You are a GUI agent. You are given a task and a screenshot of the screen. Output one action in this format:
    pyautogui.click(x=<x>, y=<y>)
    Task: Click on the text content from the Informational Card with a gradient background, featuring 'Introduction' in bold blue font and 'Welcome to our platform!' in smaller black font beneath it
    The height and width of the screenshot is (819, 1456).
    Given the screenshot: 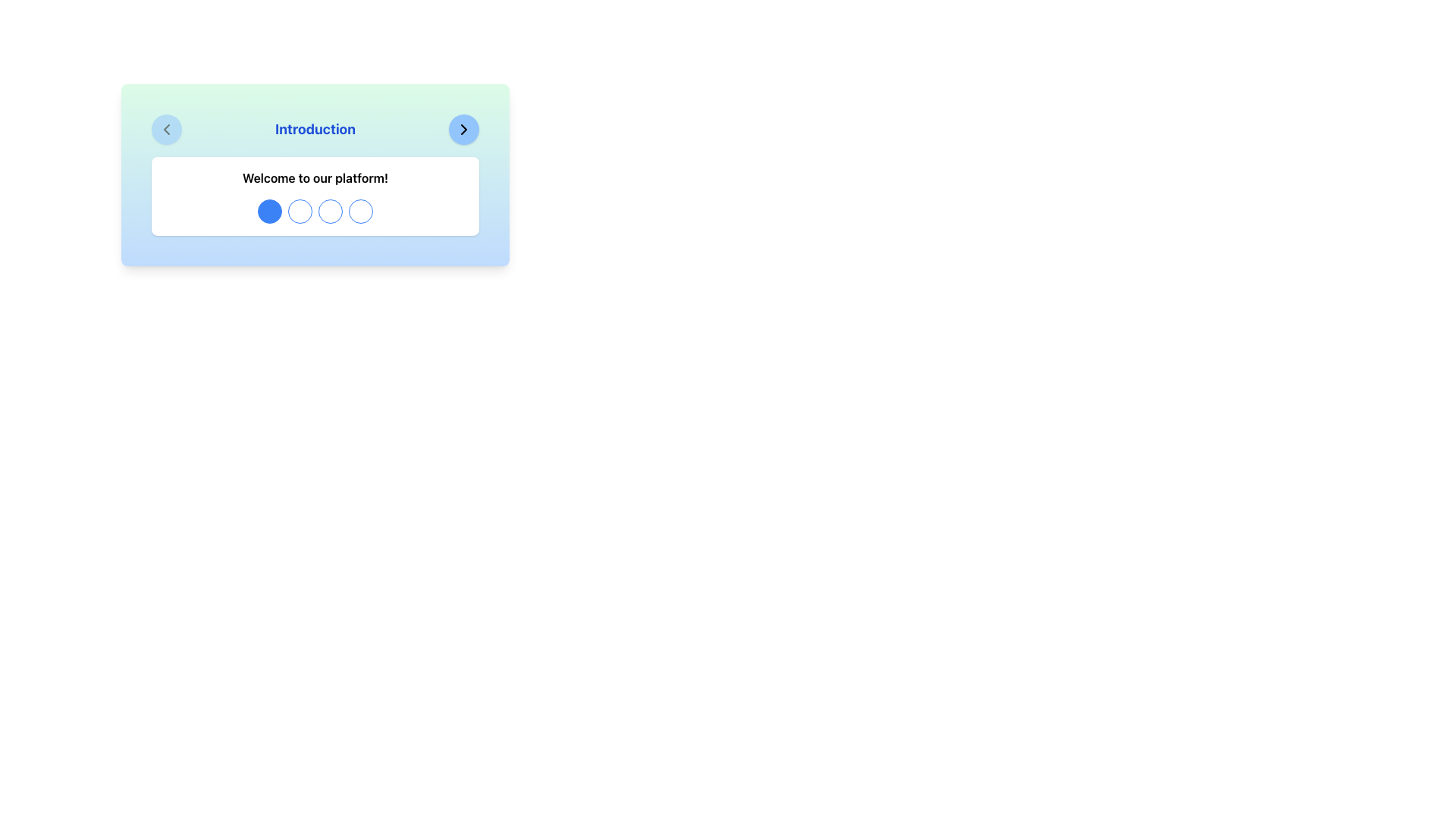 What is the action you would take?
    pyautogui.click(x=315, y=174)
    